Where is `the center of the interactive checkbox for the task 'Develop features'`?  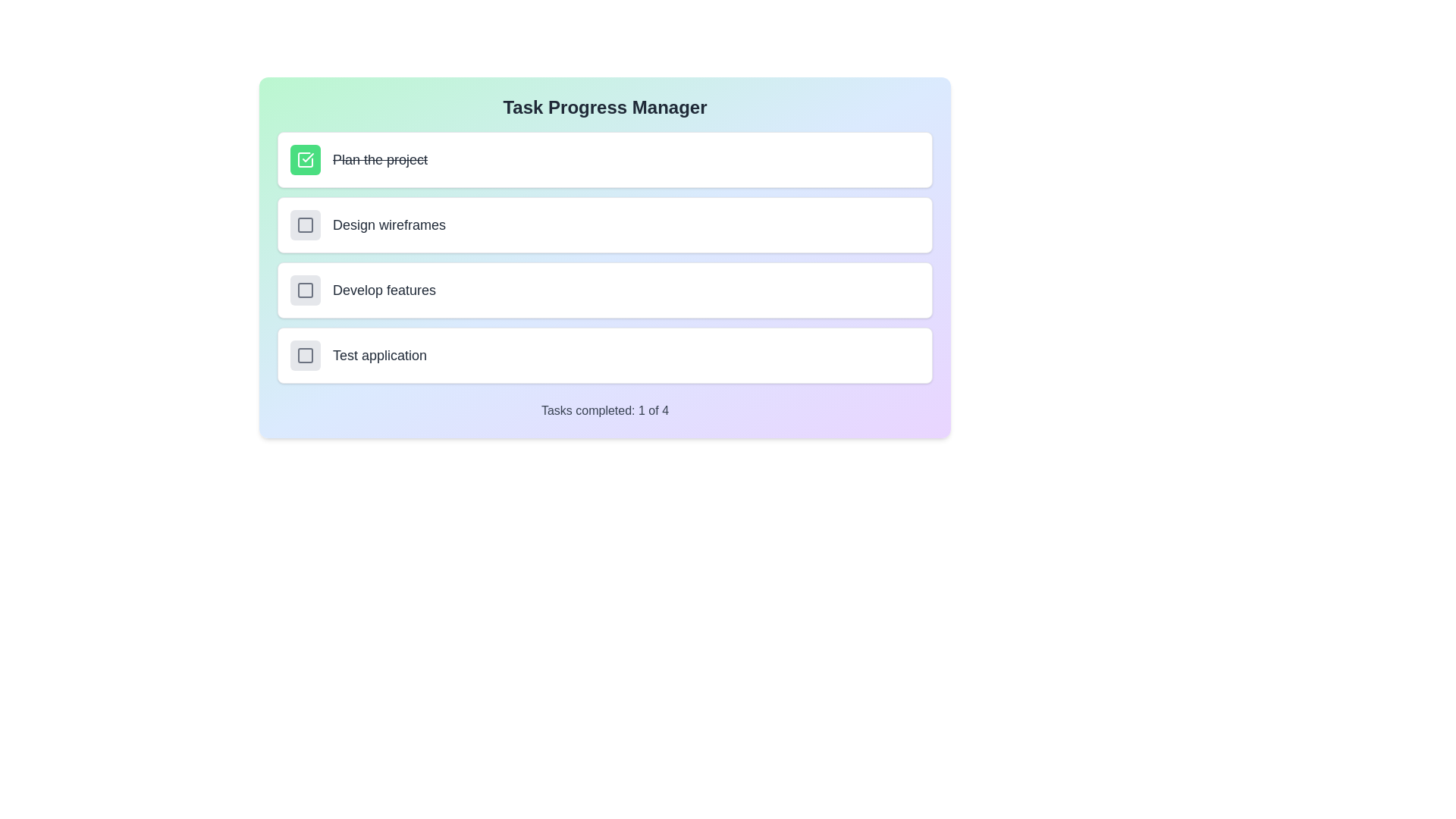 the center of the interactive checkbox for the task 'Develop features' is located at coordinates (305, 290).